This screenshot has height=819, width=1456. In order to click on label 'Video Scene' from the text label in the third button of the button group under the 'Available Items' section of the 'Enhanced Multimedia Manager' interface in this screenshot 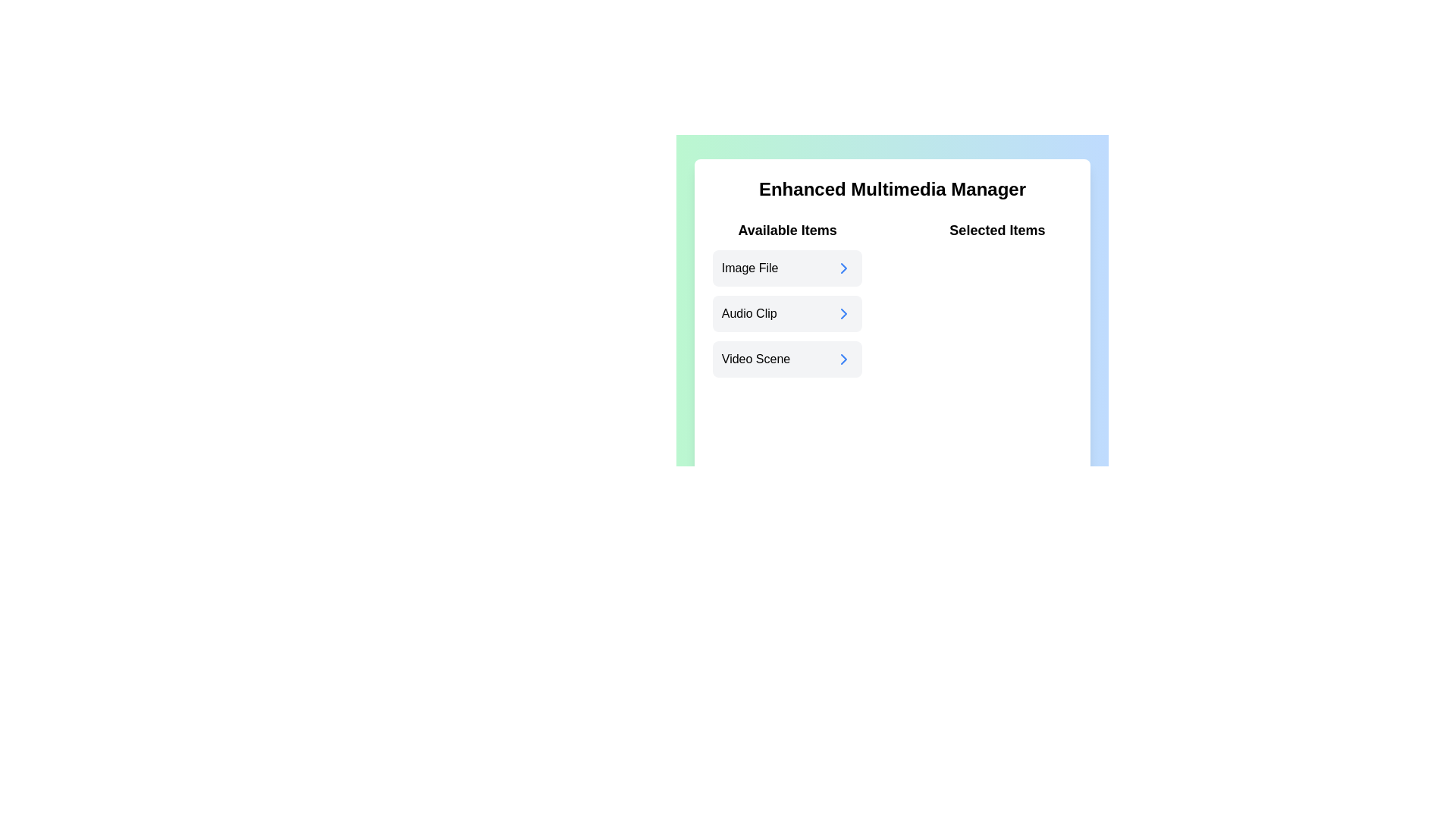, I will do `click(756, 359)`.